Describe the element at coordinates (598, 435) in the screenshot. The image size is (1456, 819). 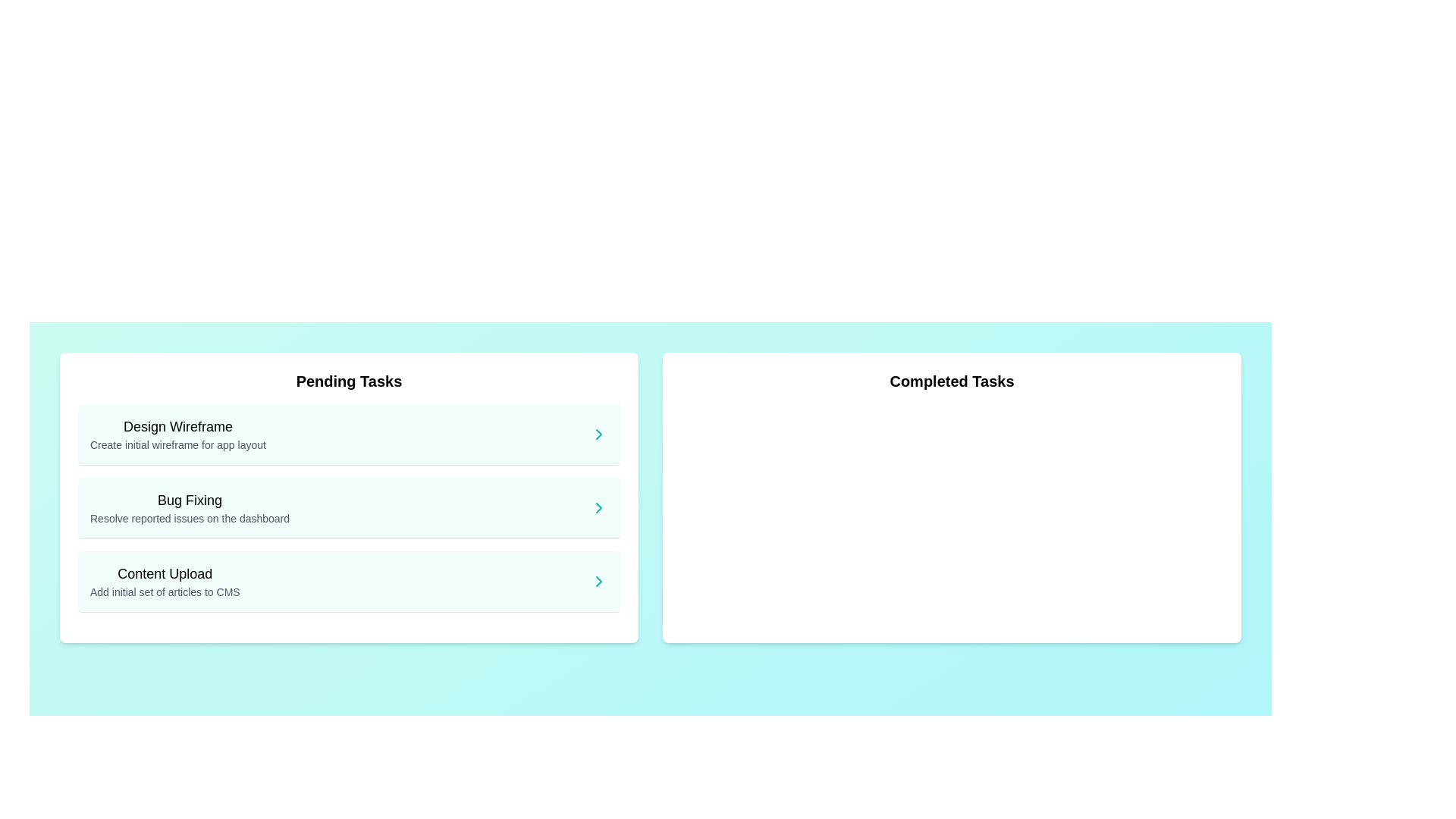
I see `the chevron icon button located at the far right end of the 'Design Wireframe' task panel to change its color` at that location.